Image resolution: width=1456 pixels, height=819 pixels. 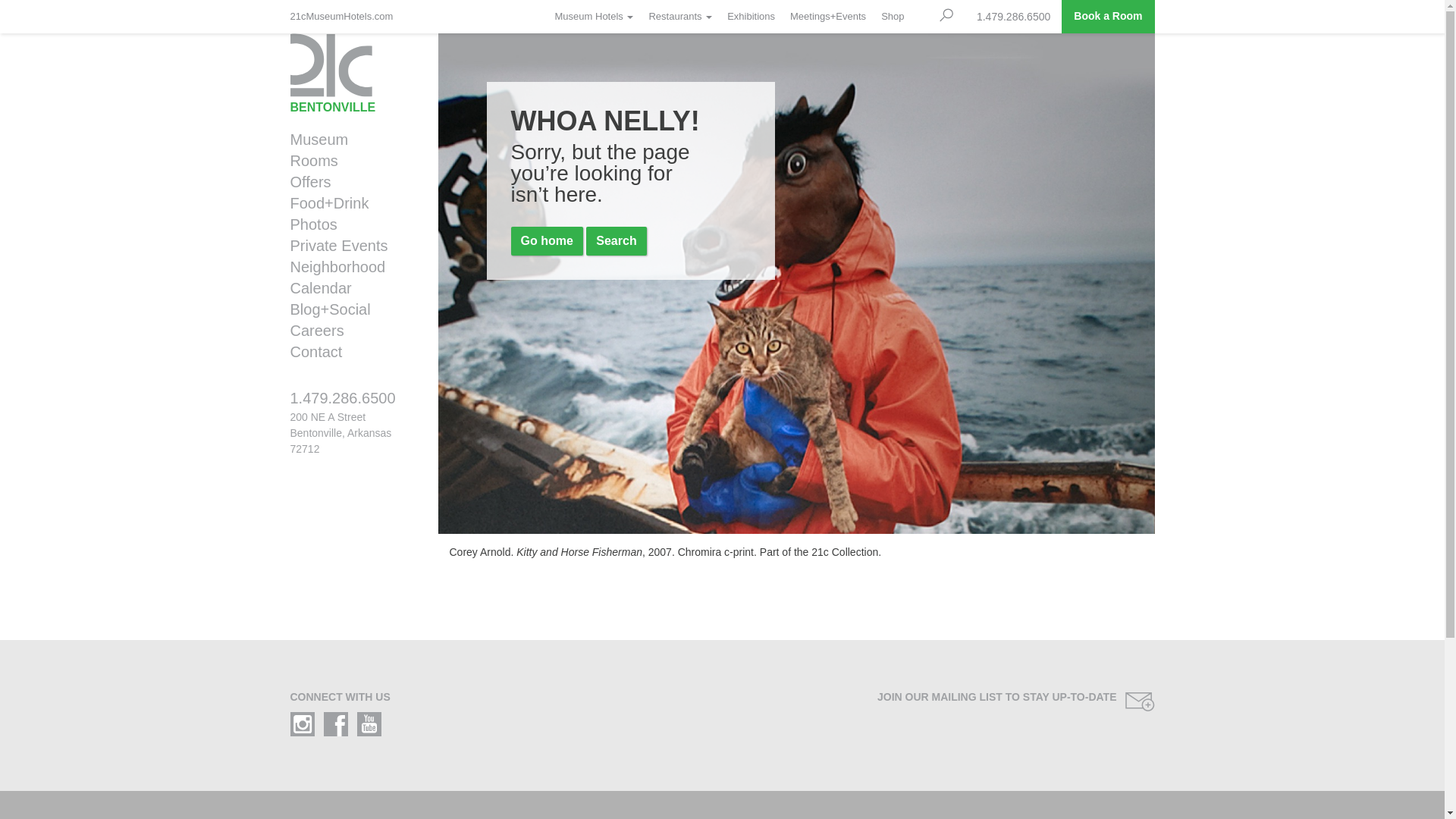 I want to click on 'Photos', so click(x=347, y=224).